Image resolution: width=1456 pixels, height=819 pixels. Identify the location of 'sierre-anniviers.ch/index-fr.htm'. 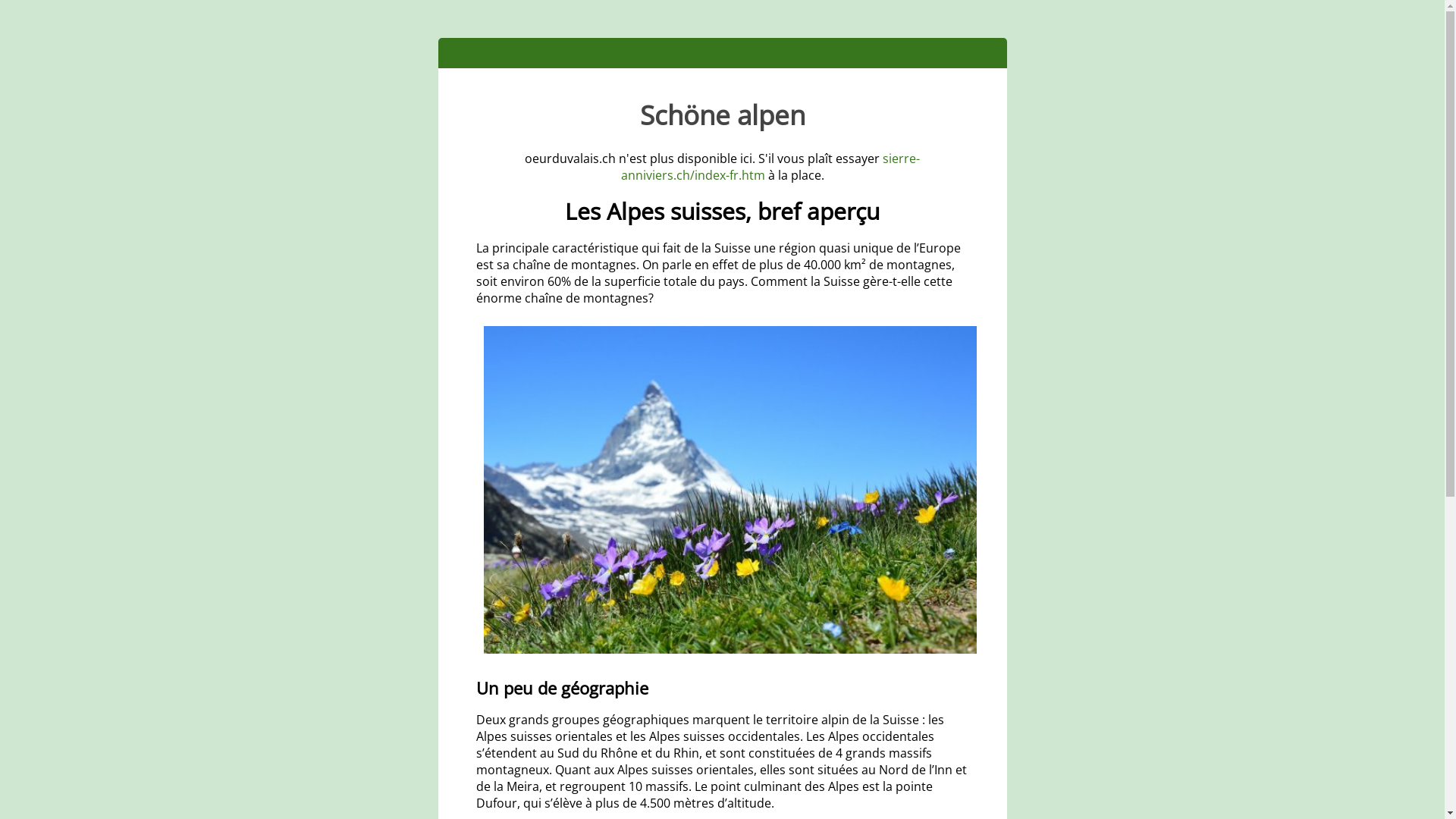
(770, 166).